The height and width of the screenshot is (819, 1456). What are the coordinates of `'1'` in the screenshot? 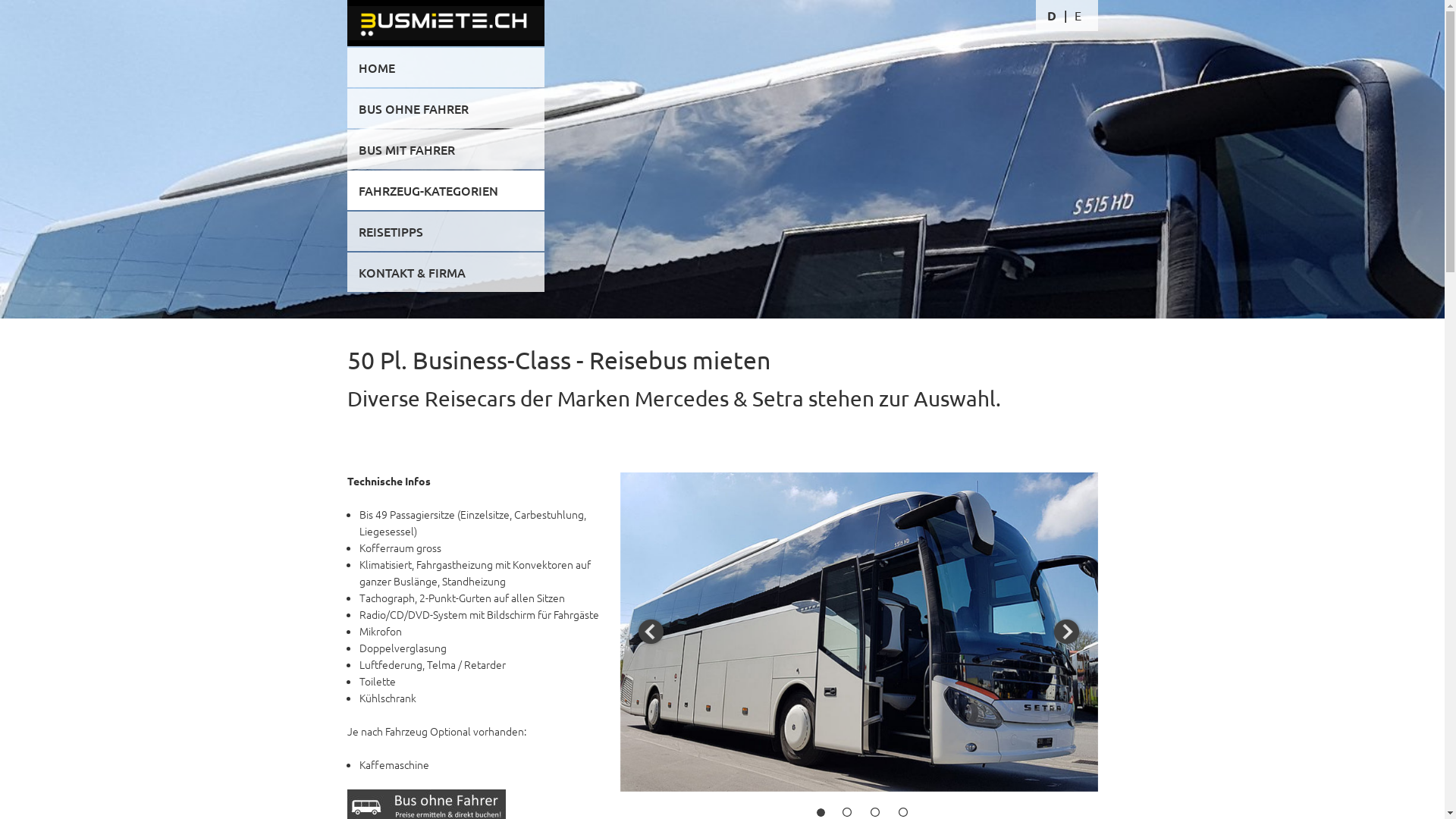 It's located at (819, 811).